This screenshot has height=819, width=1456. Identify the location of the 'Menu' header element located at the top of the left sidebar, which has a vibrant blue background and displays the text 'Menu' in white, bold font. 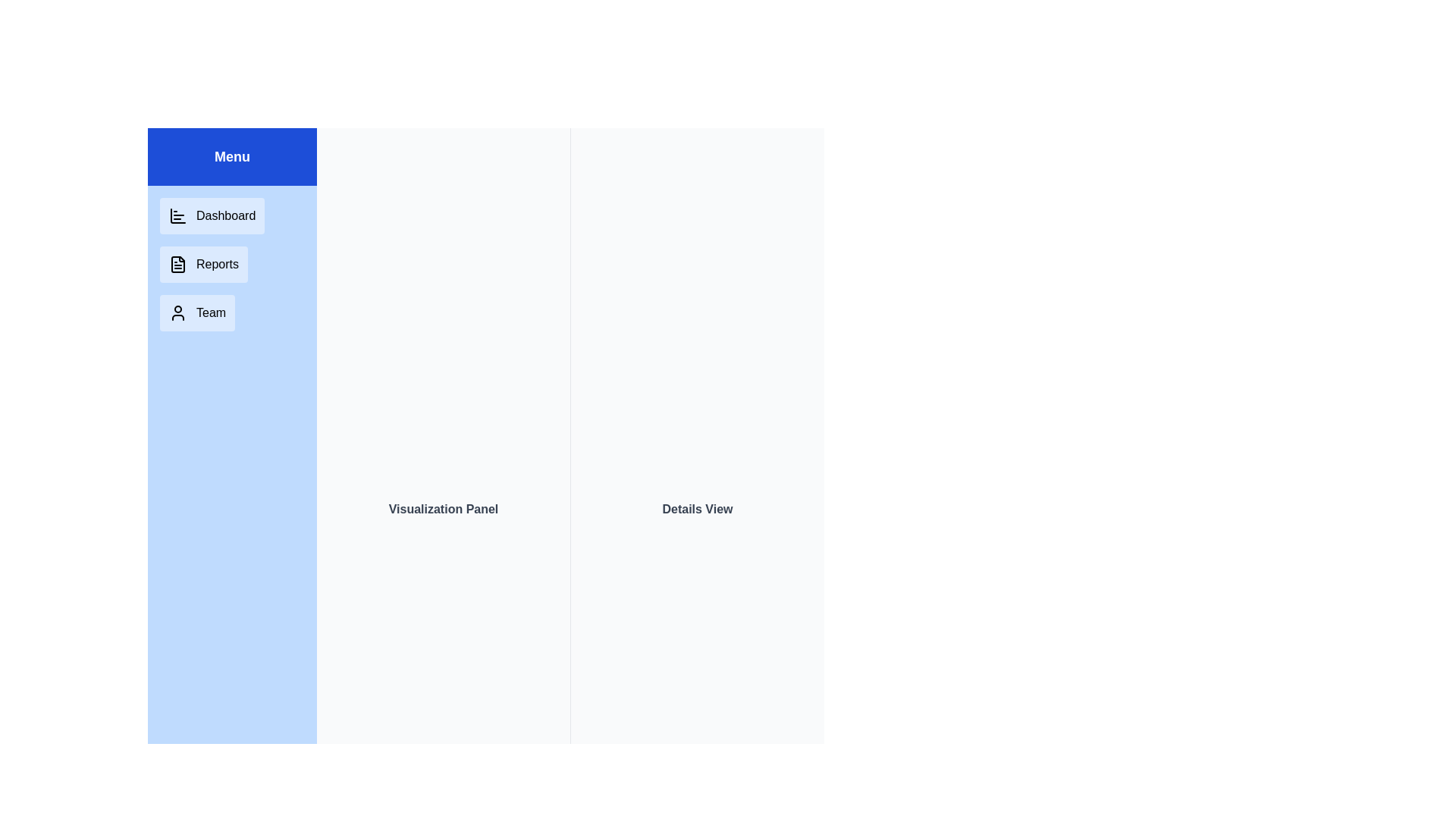
(231, 157).